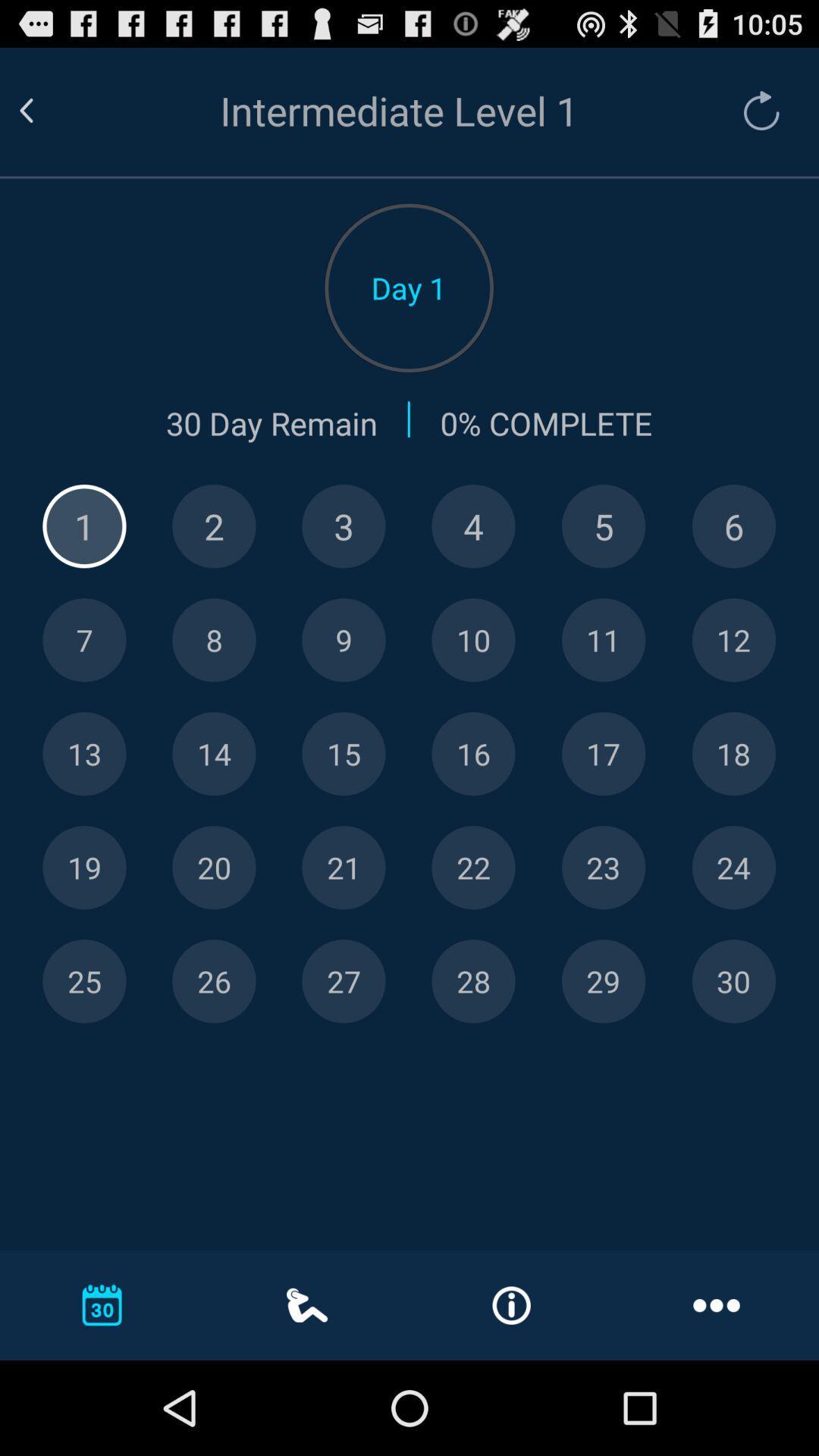 The image size is (819, 1456). Describe the element at coordinates (754, 110) in the screenshot. I see `resart the current level of the day` at that location.